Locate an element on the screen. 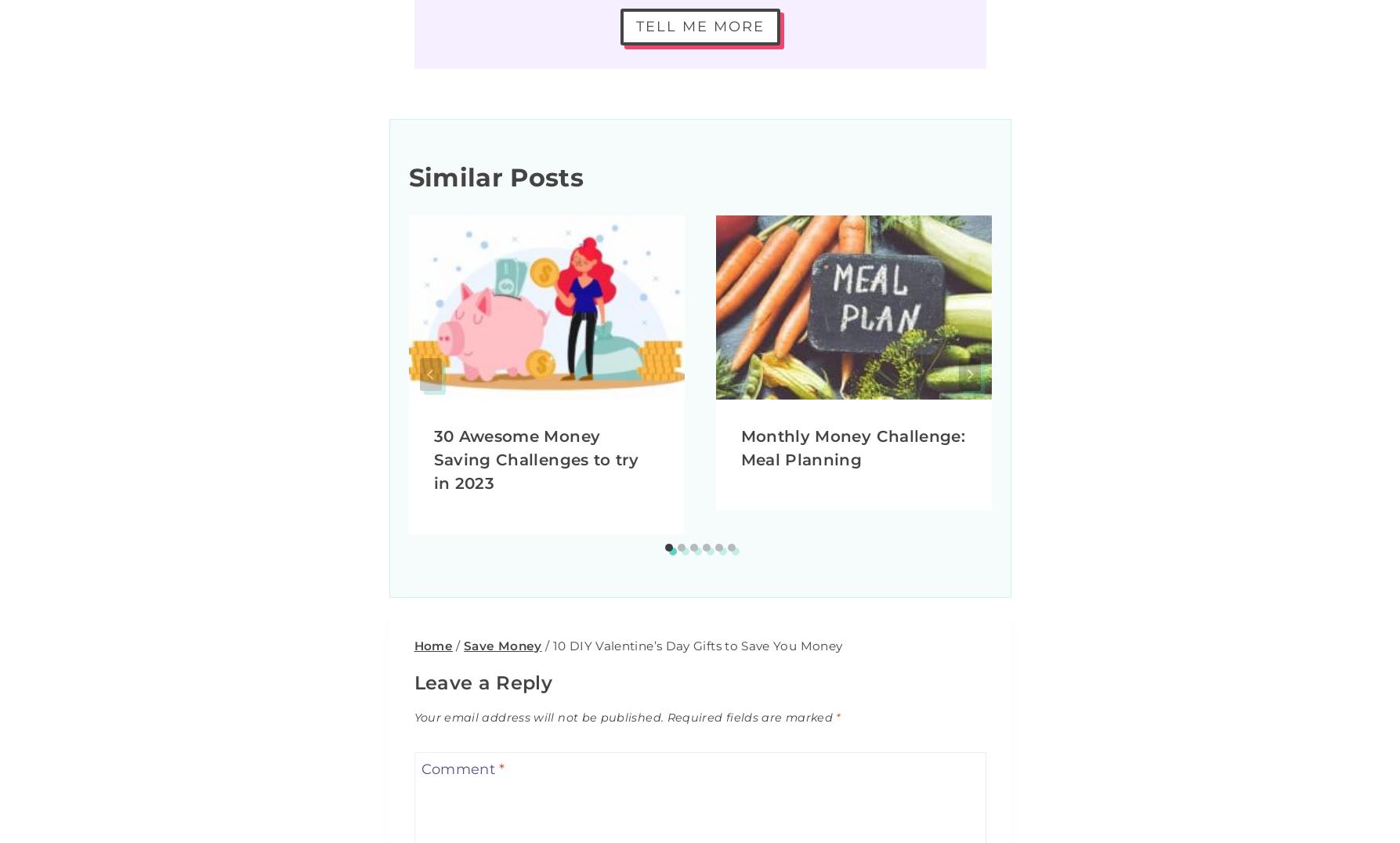  'Home' is located at coordinates (432, 644).